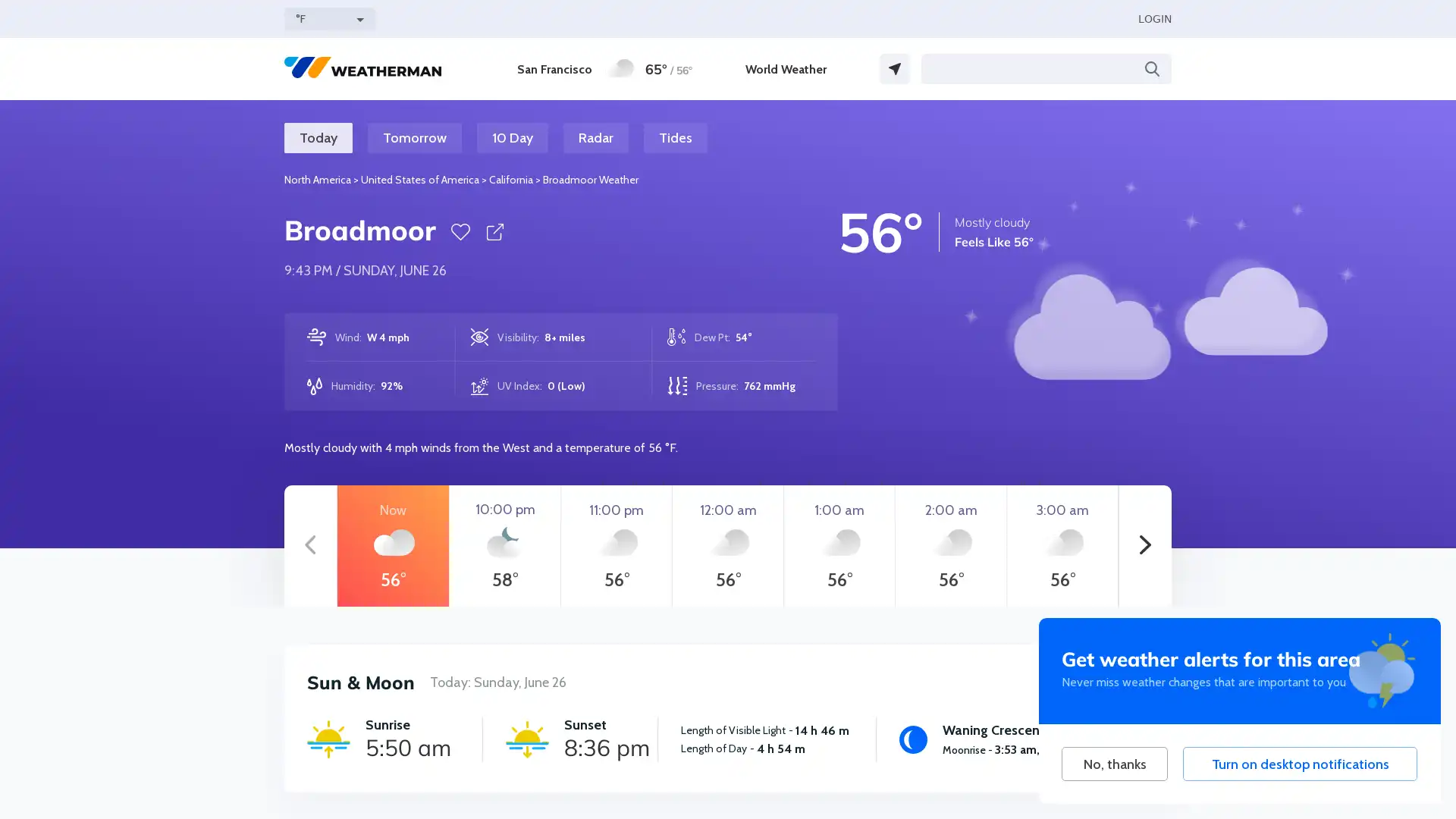 This screenshot has width=1456, height=819. What do you see at coordinates (309, 546) in the screenshot?
I see `Previous hours` at bounding box center [309, 546].